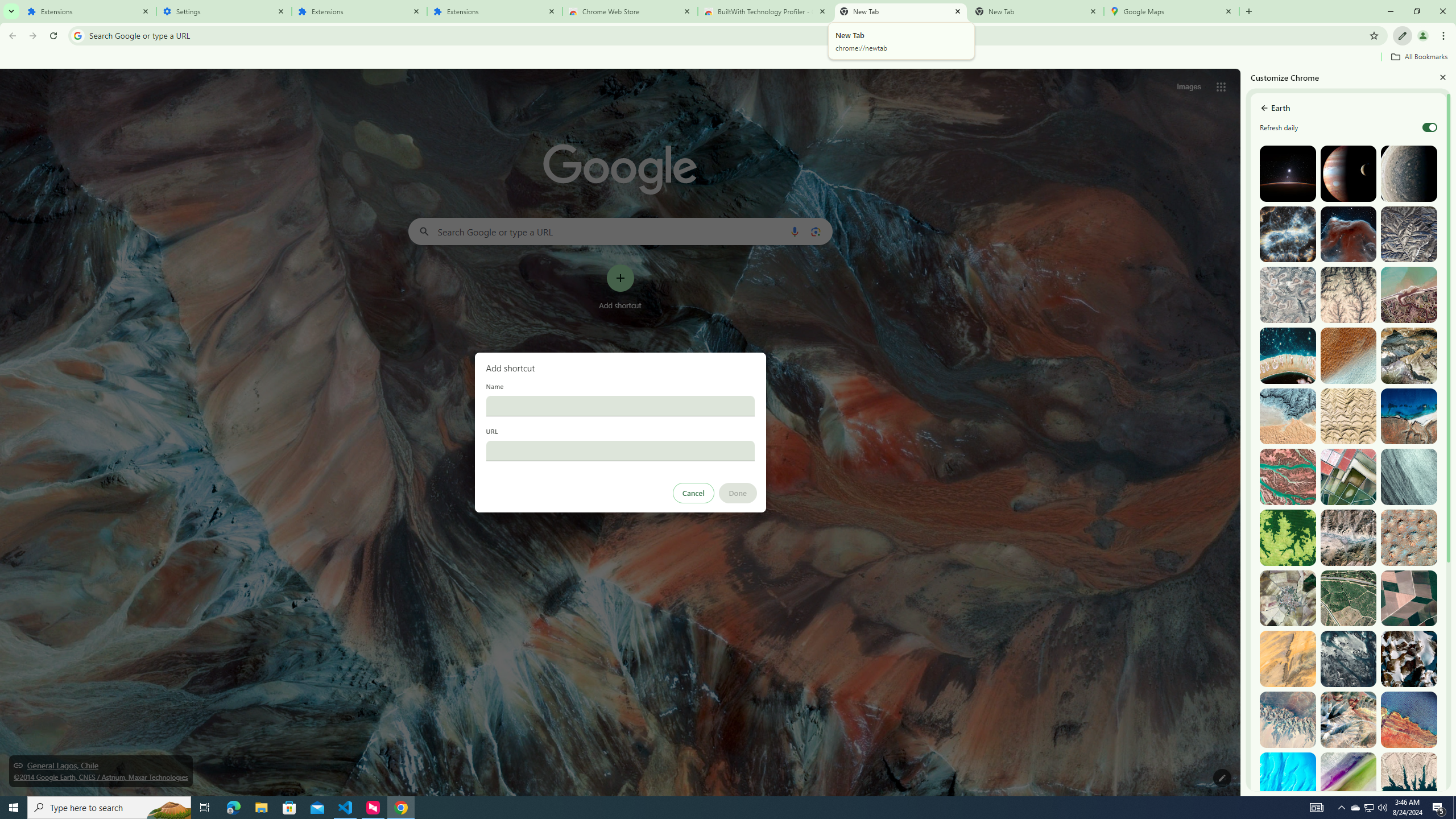 Image resolution: width=1456 pixels, height=819 pixels. Describe the element at coordinates (224, 11) in the screenshot. I see `'Settings'` at that location.